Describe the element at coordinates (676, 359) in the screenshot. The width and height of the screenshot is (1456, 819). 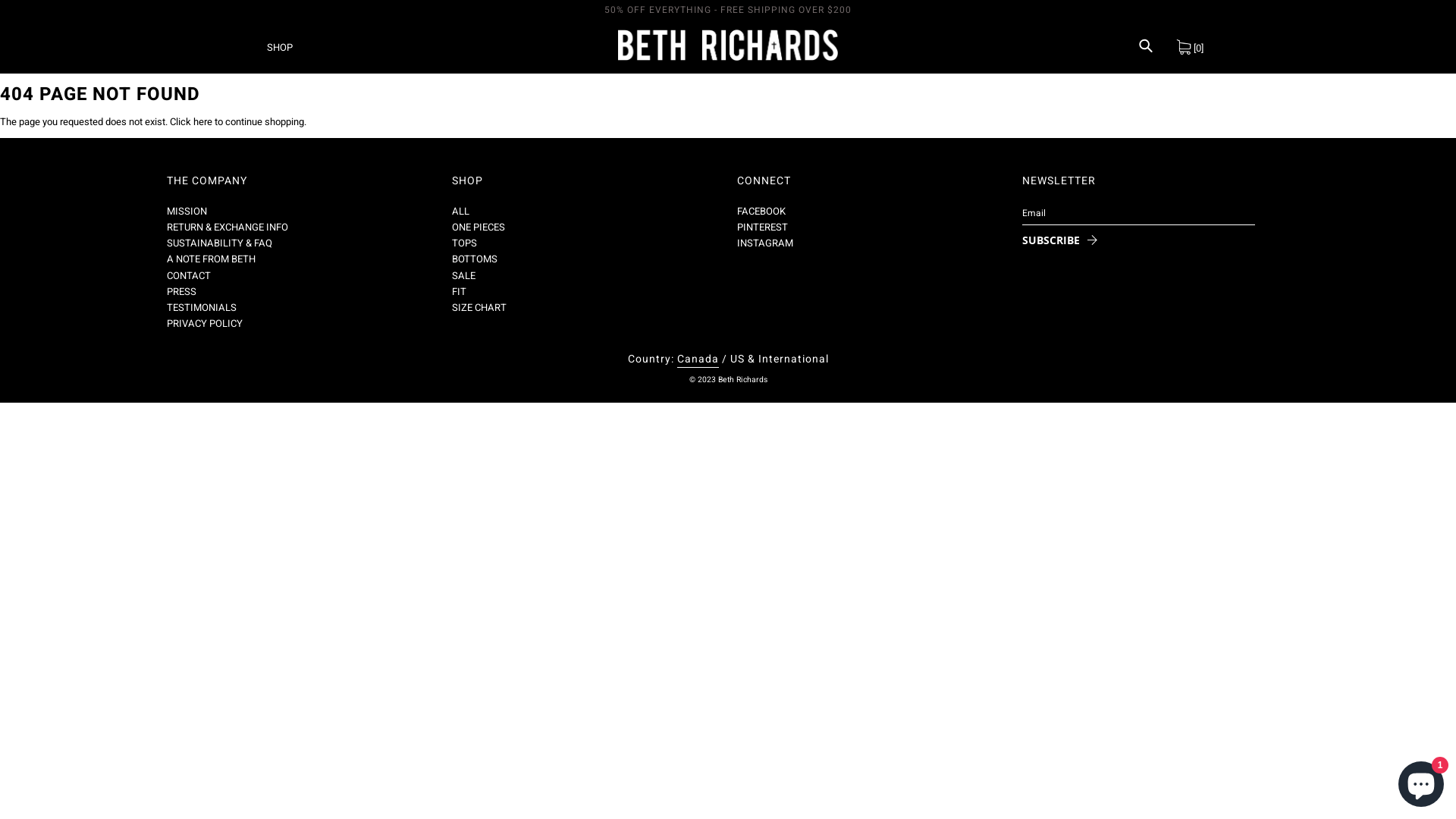
I see `'Canada'` at that location.